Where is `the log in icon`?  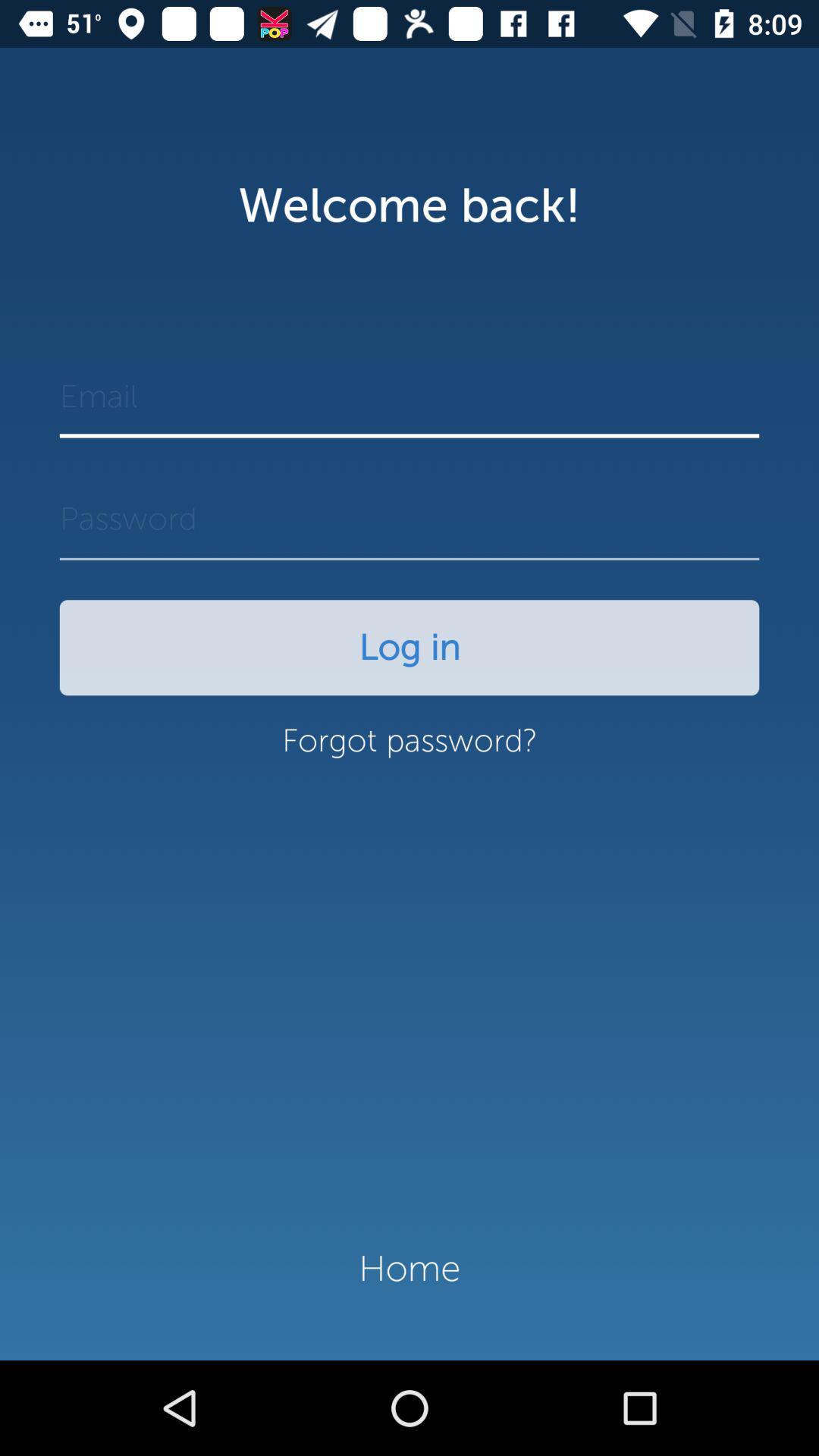 the log in icon is located at coordinates (409, 648).